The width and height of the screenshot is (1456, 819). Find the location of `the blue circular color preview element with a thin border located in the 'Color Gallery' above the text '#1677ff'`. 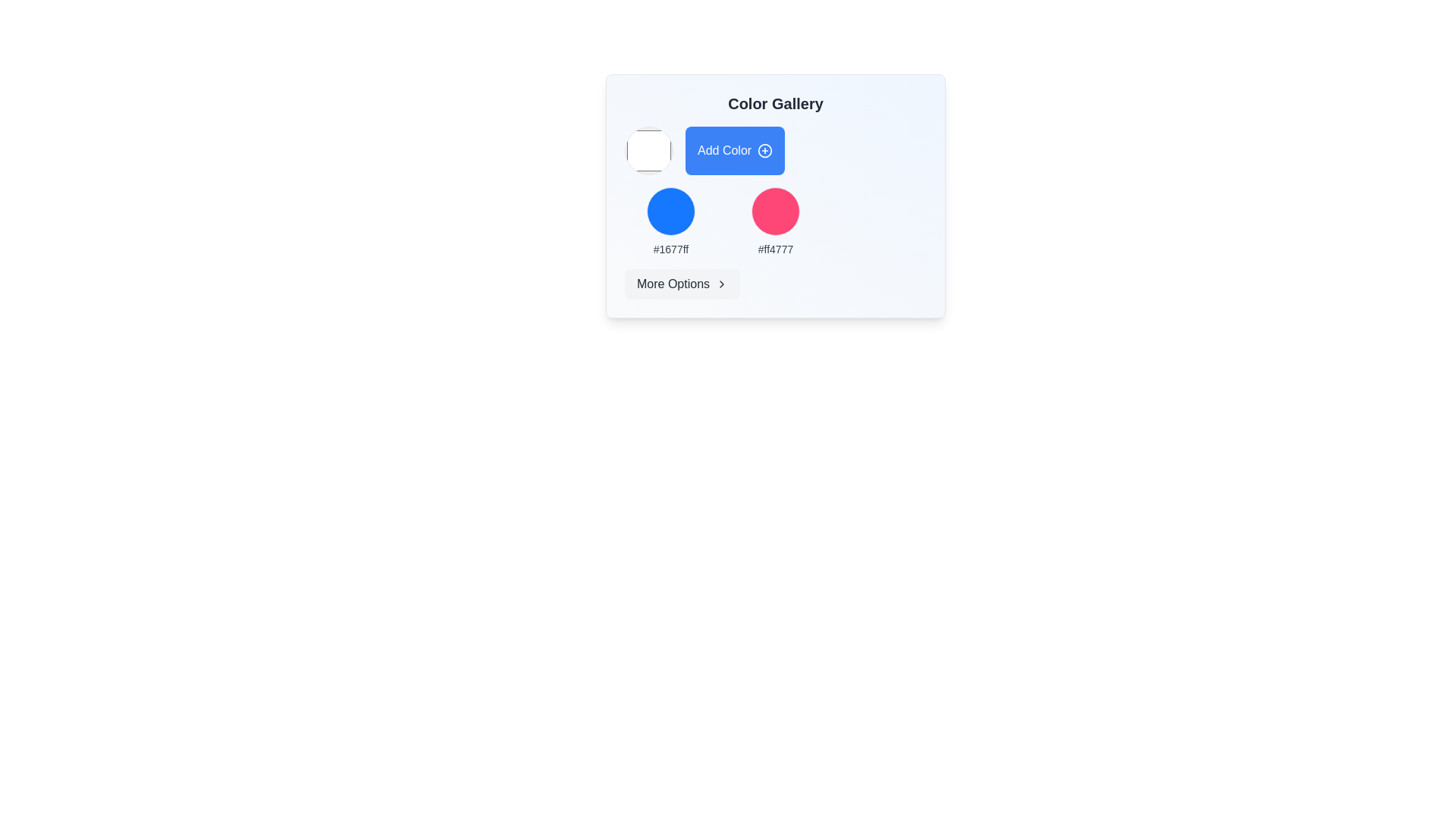

the blue circular color preview element with a thin border located in the 'Color Gallery' above the text '#1677ff' is located at coordinates (670, 211).